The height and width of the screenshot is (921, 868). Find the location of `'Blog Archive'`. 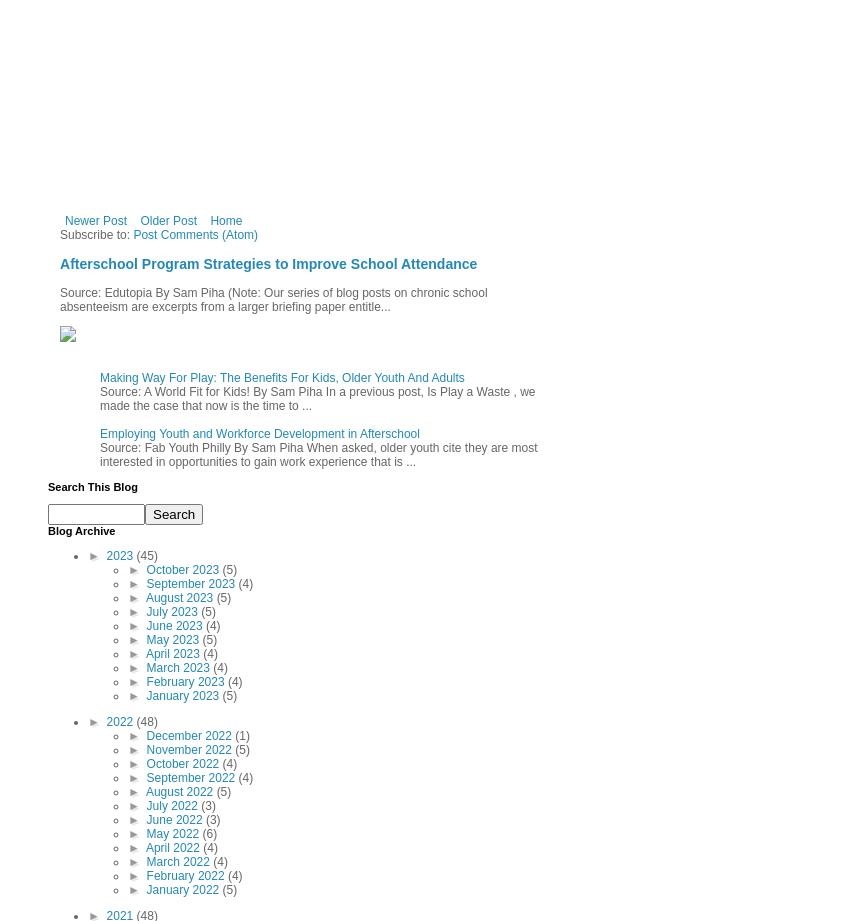

'Blog Archive' is located at coordinates (48, 529).